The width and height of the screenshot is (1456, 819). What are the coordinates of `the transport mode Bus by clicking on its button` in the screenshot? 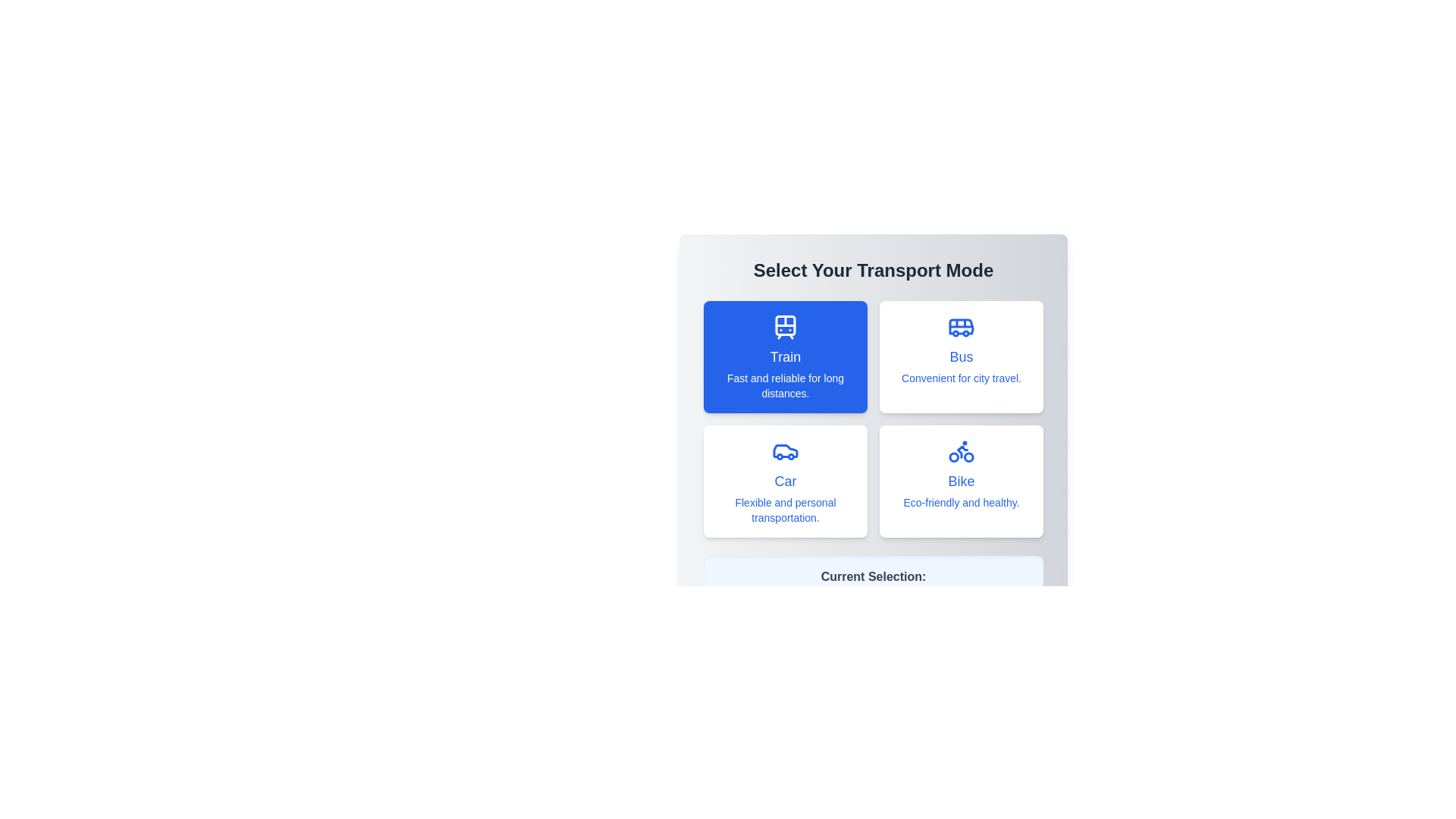 It's located at (960, 356).